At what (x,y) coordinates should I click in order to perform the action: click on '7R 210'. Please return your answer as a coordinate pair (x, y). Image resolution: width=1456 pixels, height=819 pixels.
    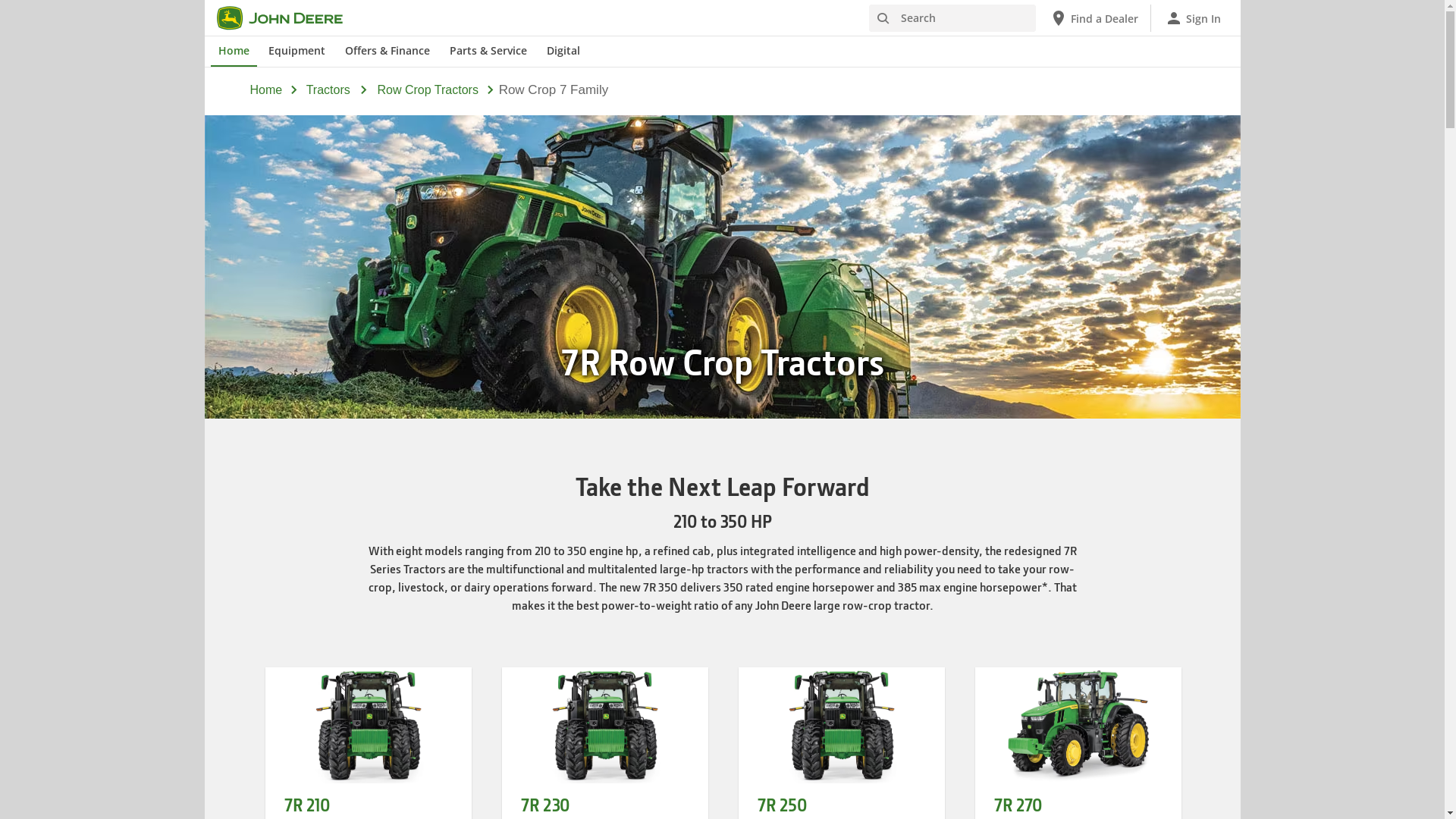
    Looking at the image, I should click on (305, 804).